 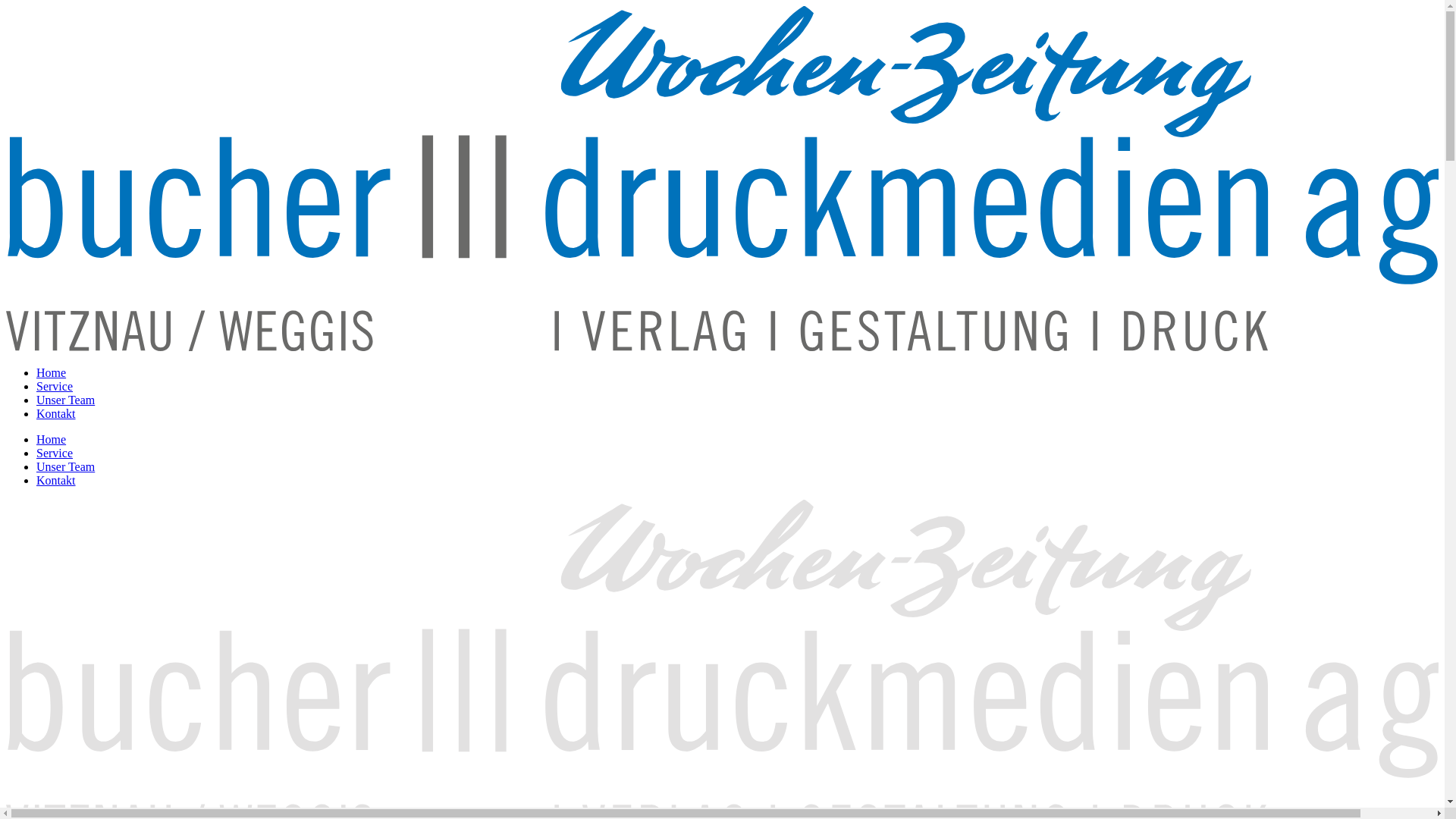 I want to click on 'Unser Team', so click(x=64, y=399).